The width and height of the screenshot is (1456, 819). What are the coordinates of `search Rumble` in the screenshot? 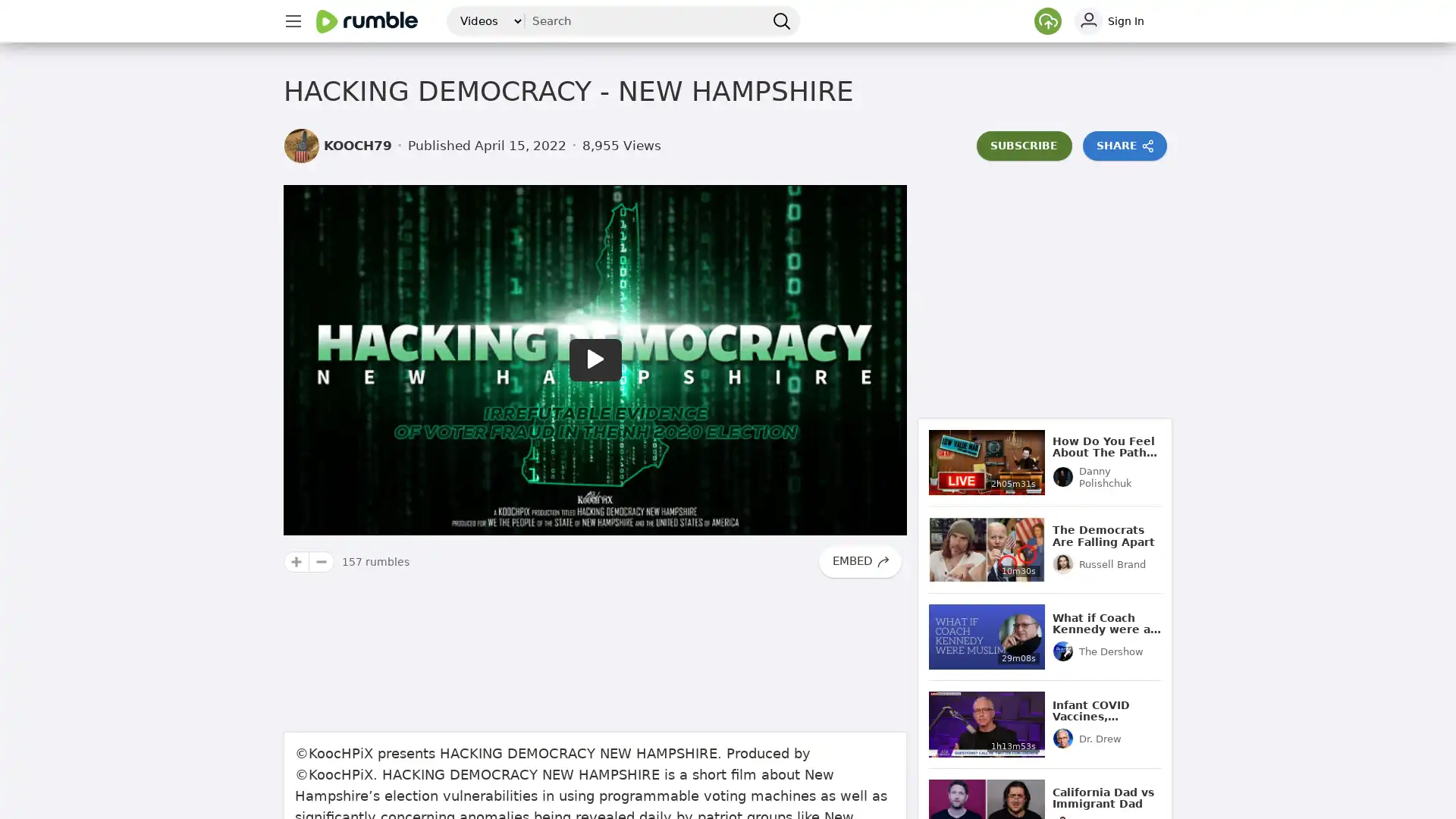 It's located at (781, 20).